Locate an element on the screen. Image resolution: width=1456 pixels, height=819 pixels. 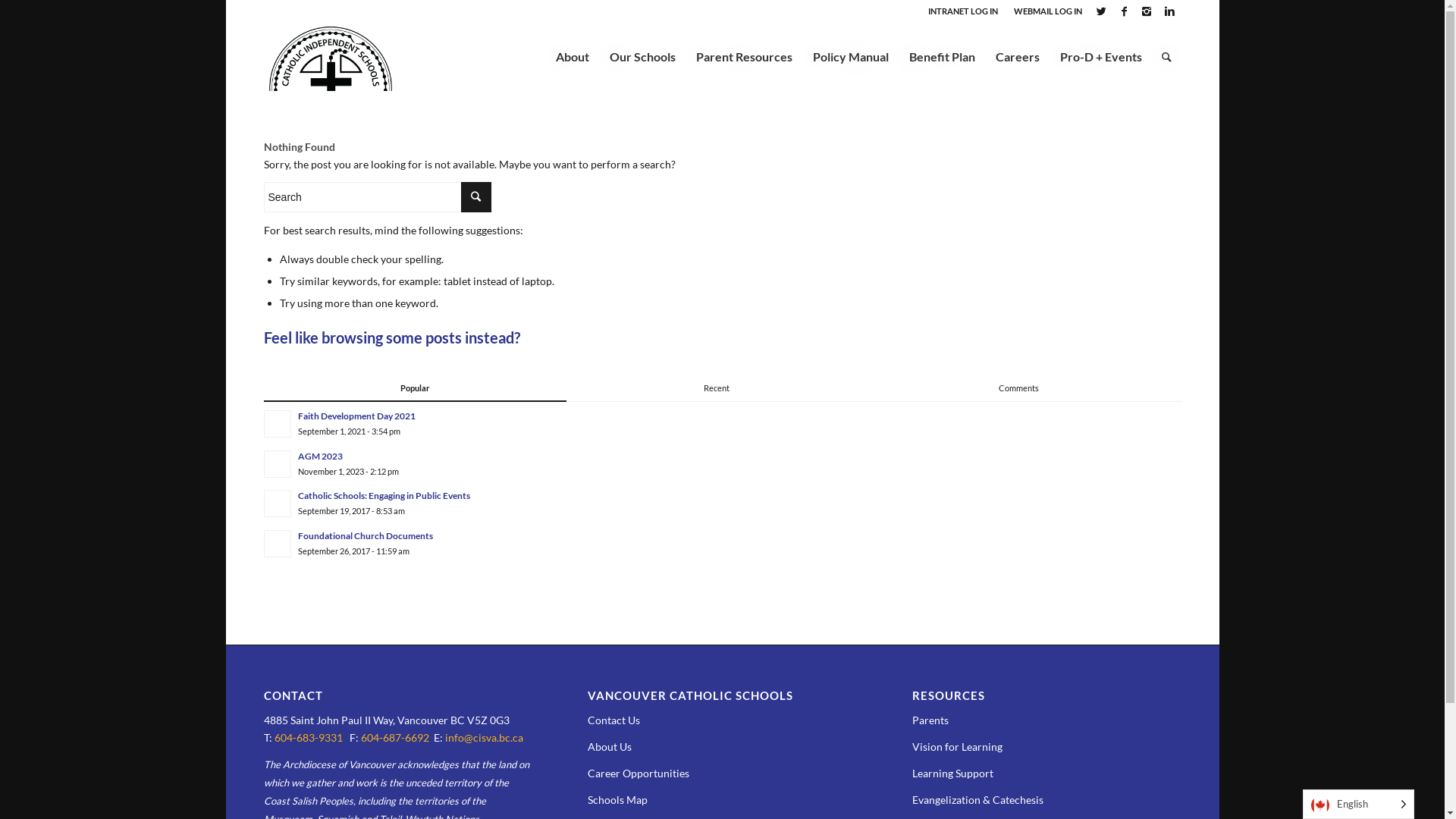
'INTRANET LOG IN' is located at coordinates (927, 11).